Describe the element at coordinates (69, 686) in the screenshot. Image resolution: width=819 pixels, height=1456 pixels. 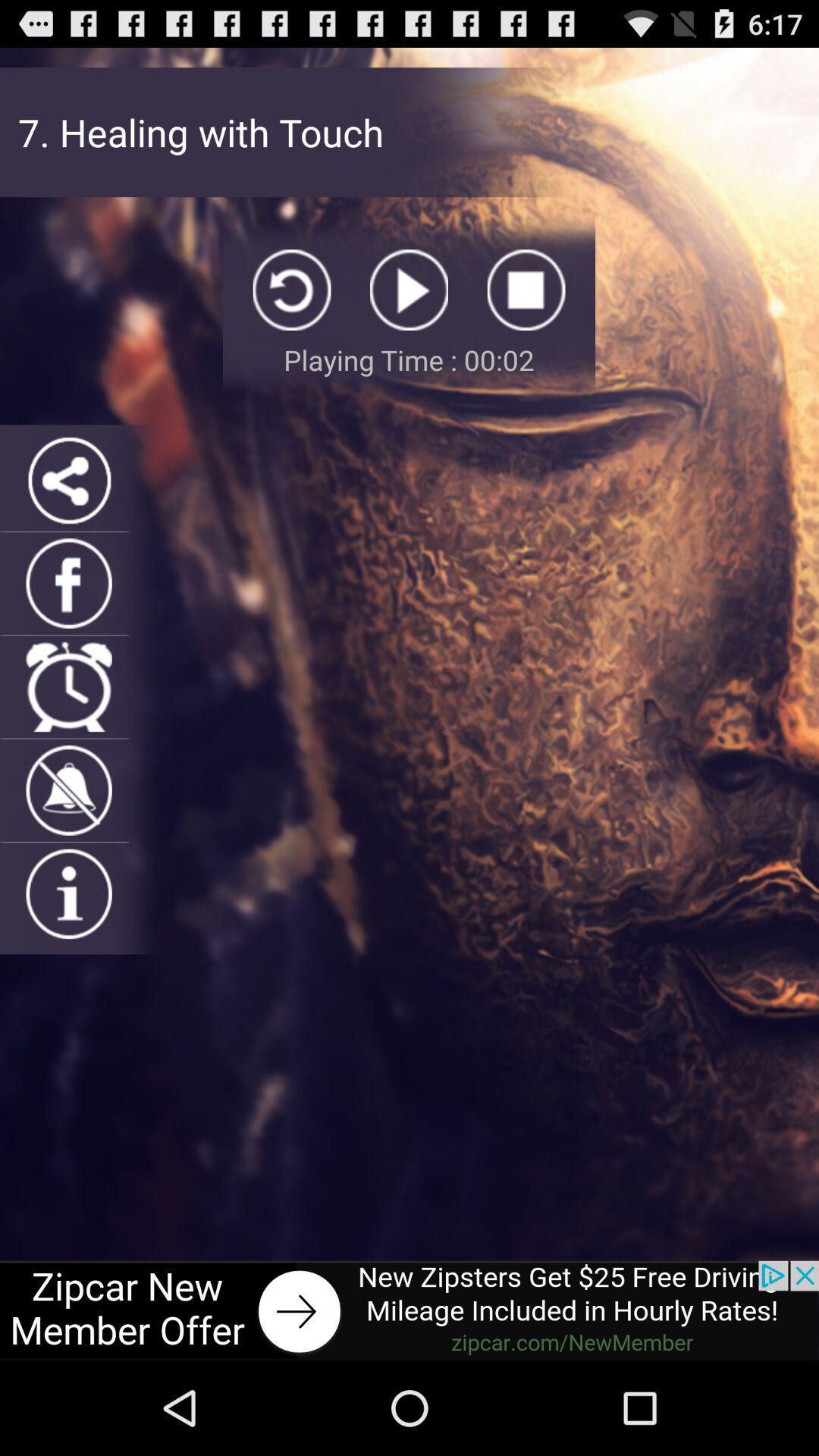
I see `open up timer` at that location.